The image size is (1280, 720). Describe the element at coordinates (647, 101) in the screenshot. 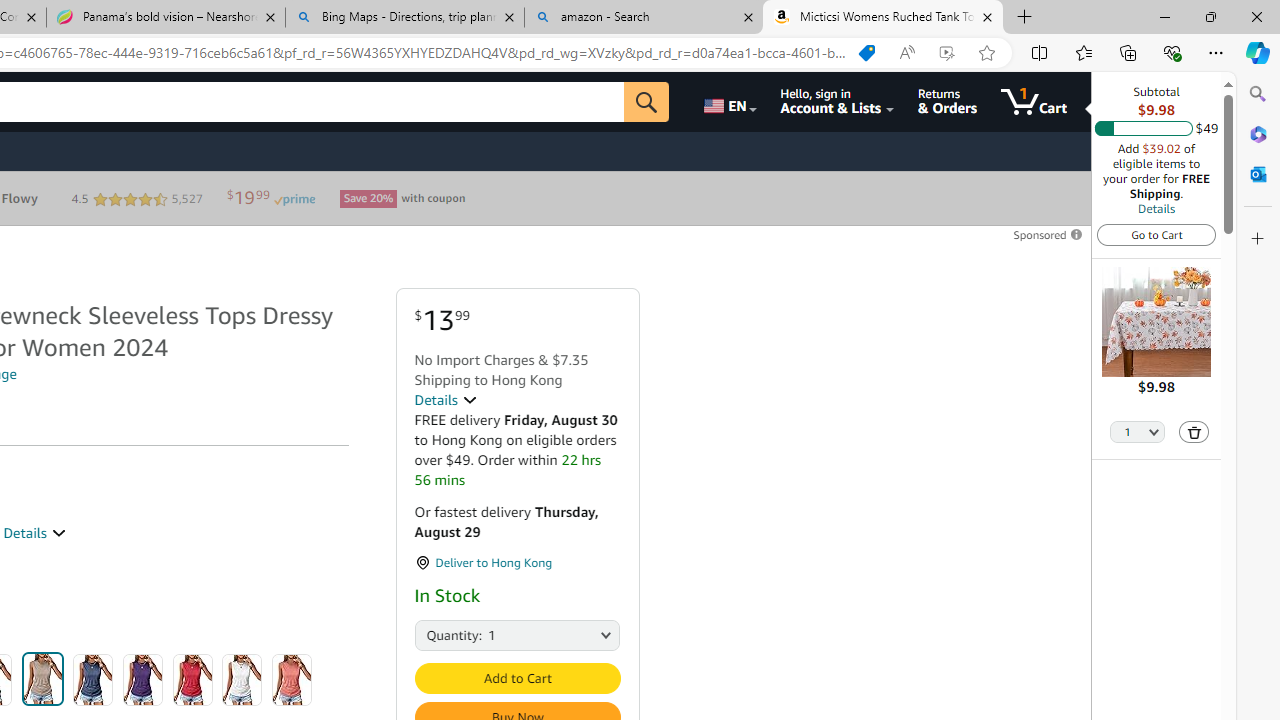

I see `'Go'` at that location.